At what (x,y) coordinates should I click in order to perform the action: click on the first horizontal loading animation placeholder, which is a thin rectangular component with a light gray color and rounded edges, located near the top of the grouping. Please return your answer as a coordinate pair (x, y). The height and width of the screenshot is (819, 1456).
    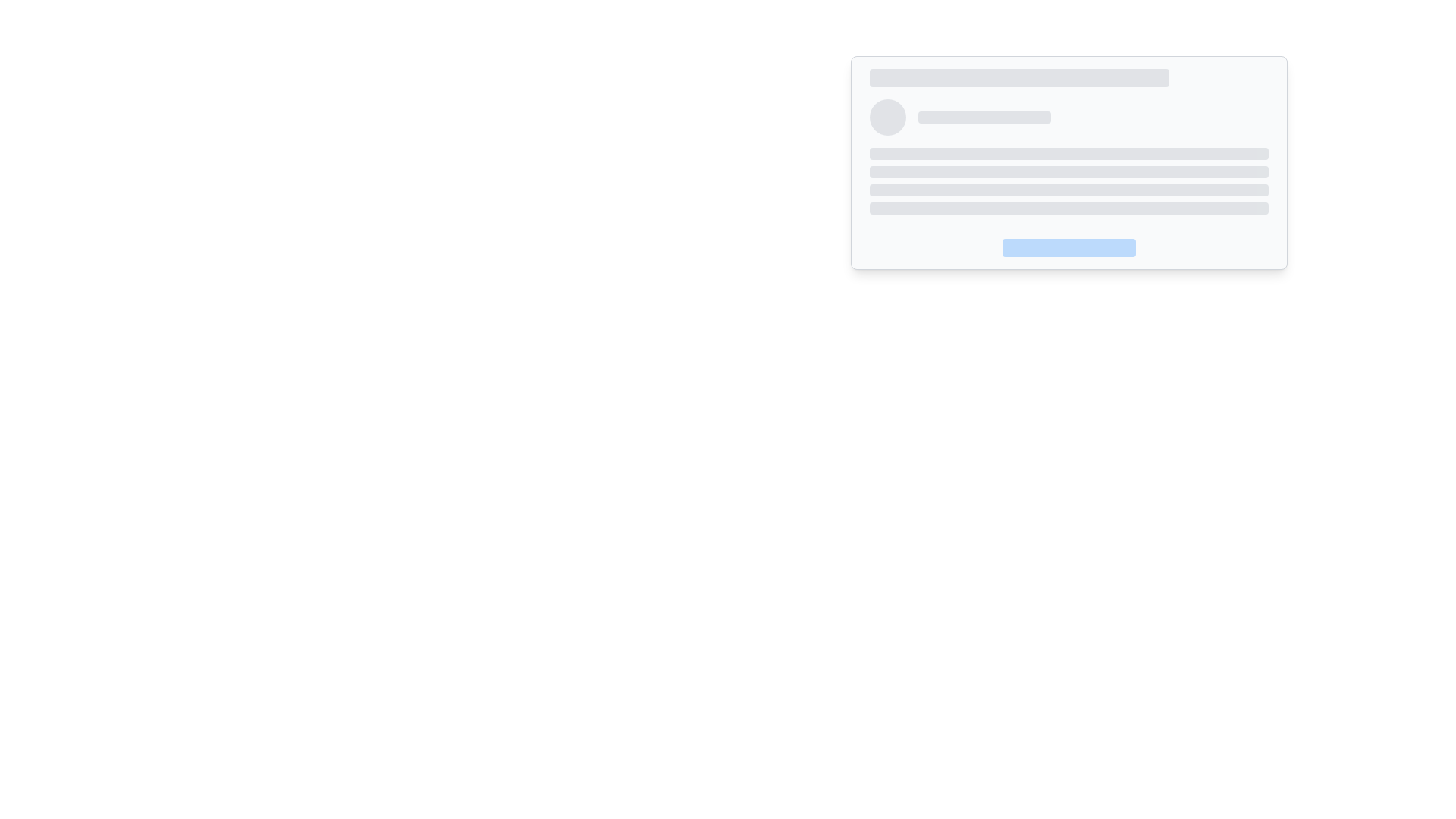
    Looking at the image, I should click on (1068, 154).